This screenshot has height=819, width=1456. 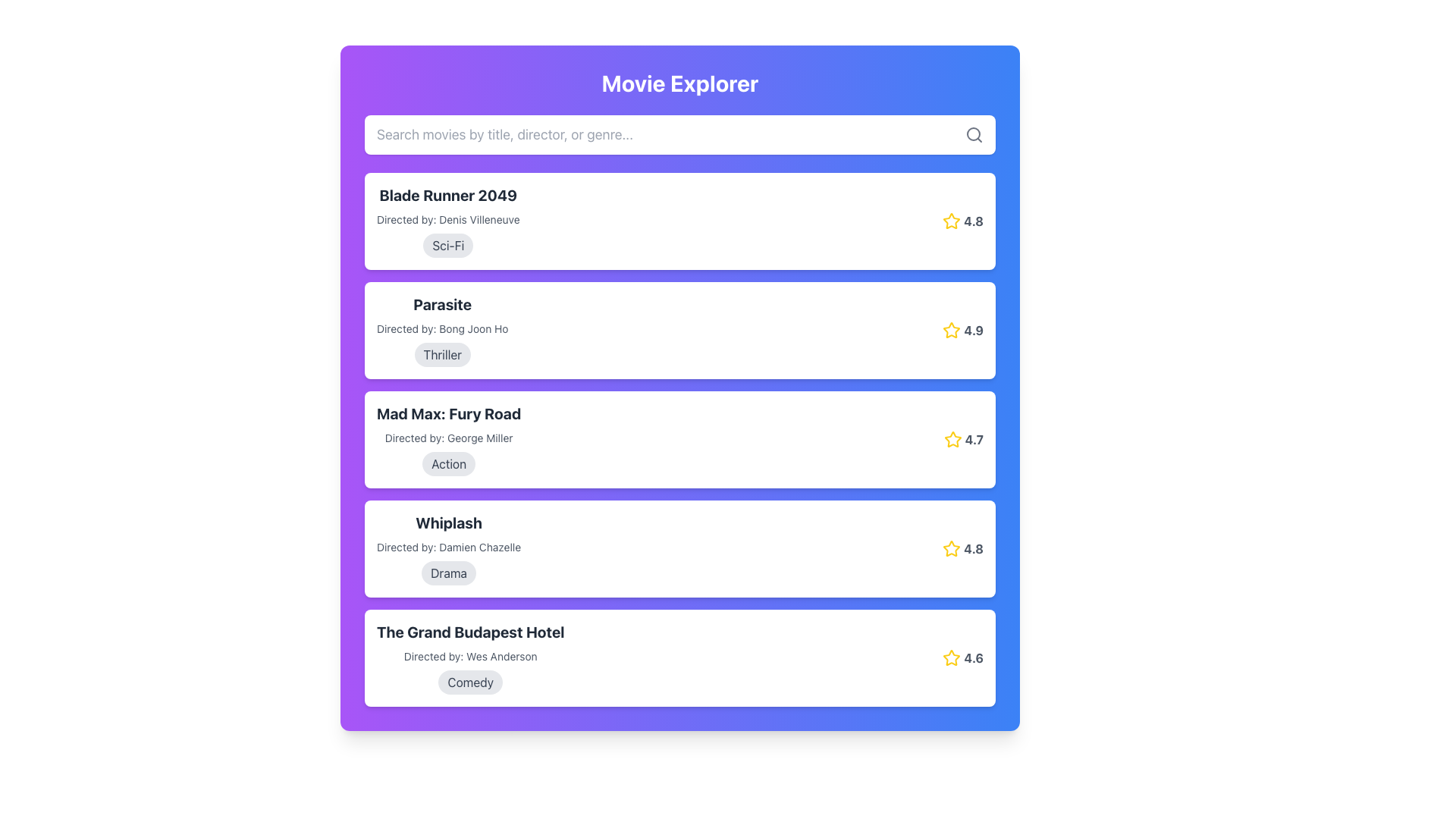 I want to click on the star icon located to the right of the 'Mad Max: Fury Road' movie entry, so click(x=952, y=439).